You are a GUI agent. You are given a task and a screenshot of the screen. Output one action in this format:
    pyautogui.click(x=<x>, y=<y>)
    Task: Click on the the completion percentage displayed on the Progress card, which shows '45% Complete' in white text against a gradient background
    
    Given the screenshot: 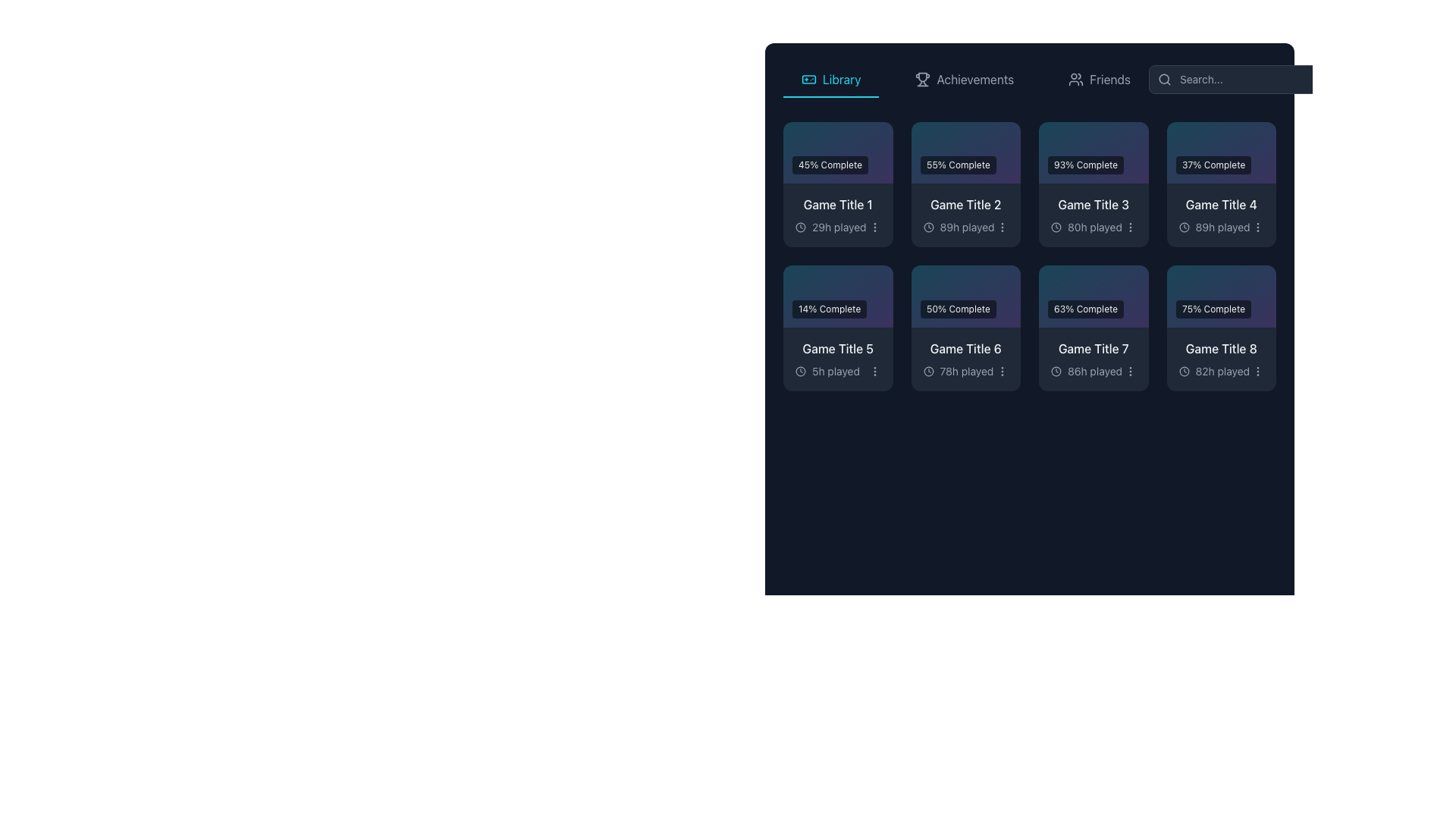 What is the action you would take?
    pyautogui.click(x=837, y=152)
    